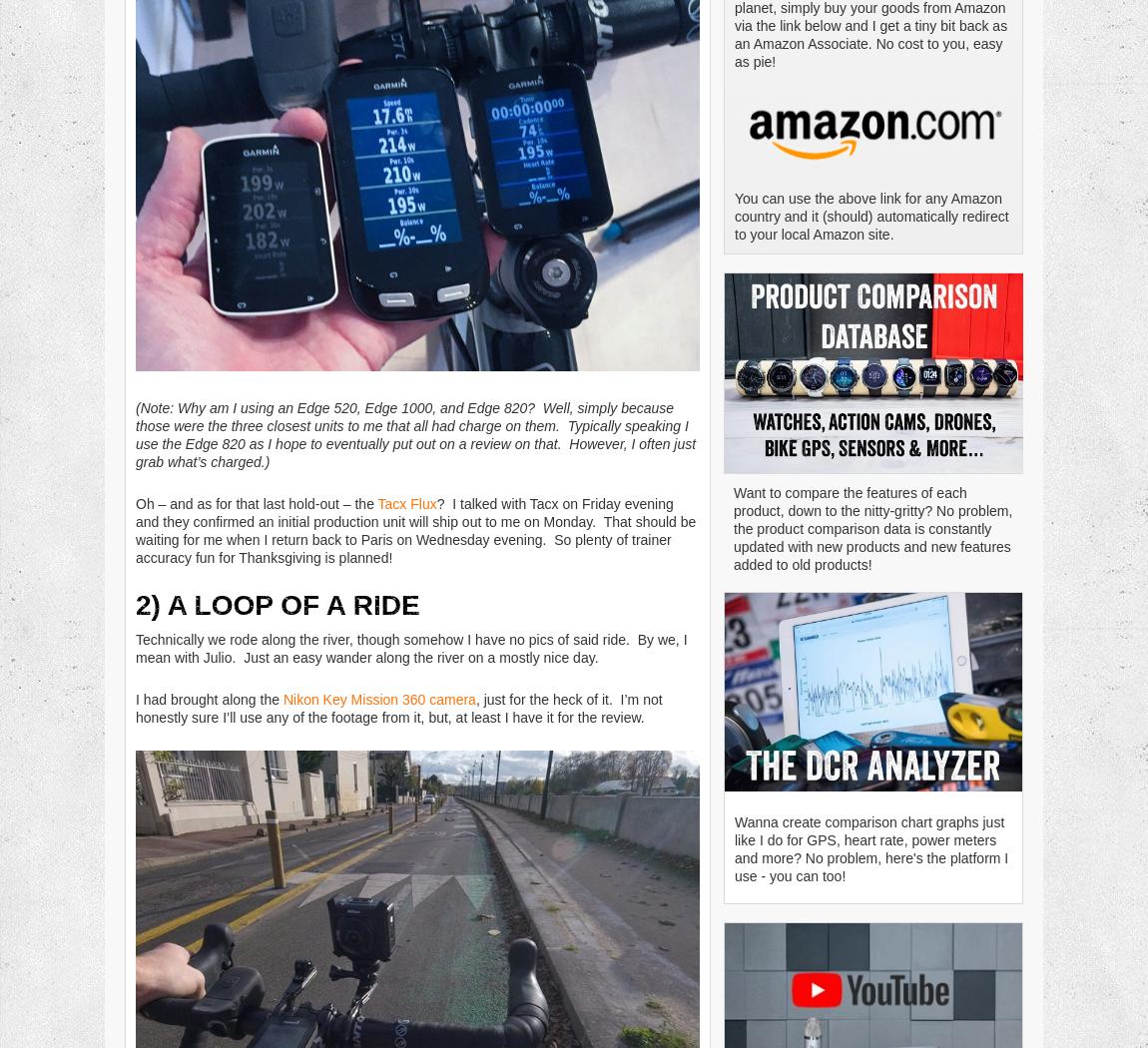 The height and width of the screenshot is (1048, 1148). What do you see at coordinates (872, 529) in the screenshot?
I see `'Want to compare the features of each product, down to the nitty-gritty? No problem, the product comparison data is constantly updated with new products and new features added to old products!'` at bounding box center [872, 529].